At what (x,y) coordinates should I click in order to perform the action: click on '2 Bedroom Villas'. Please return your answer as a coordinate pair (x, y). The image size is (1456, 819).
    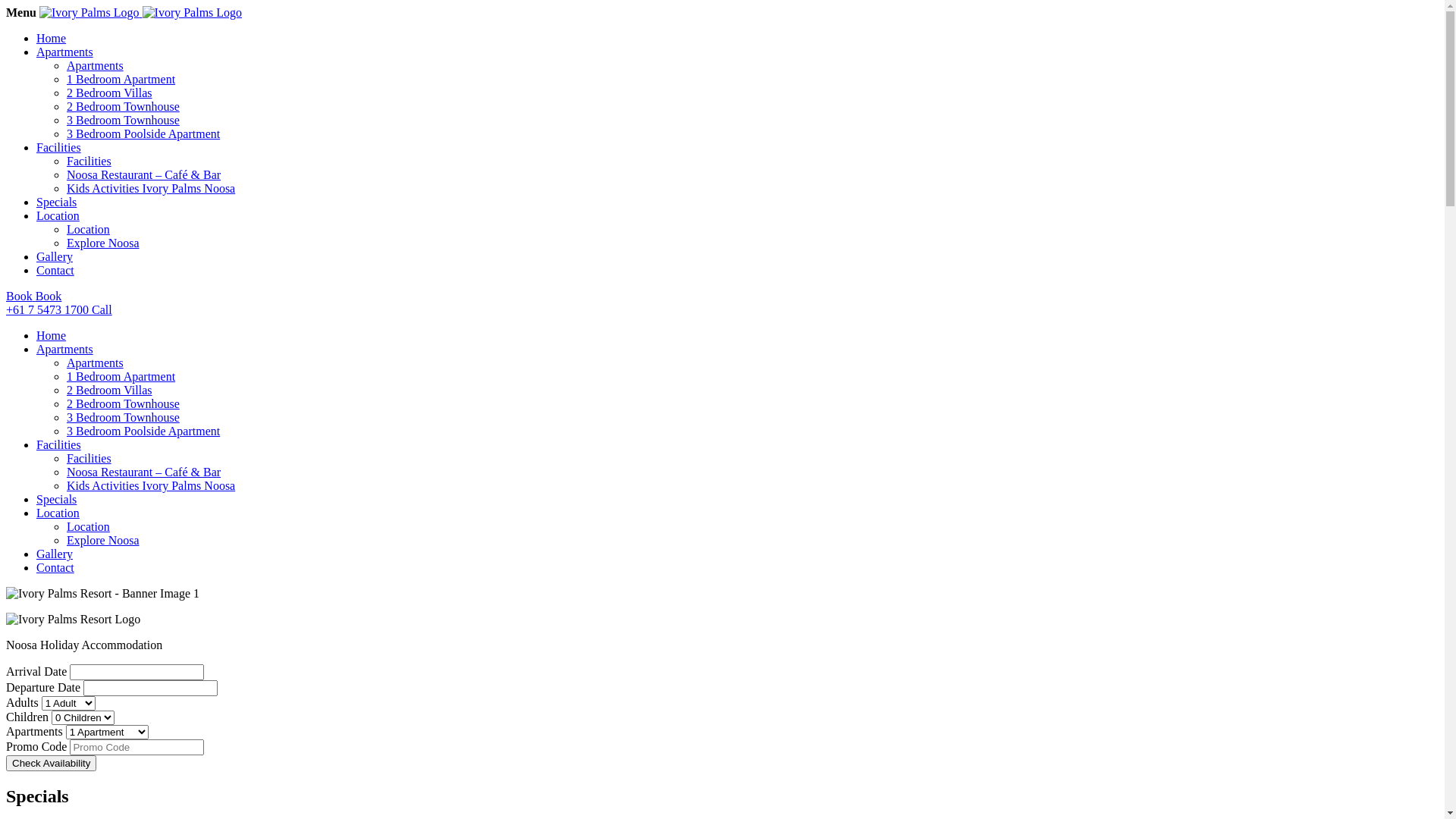
    Looking at the image, I should click on (65, 93).